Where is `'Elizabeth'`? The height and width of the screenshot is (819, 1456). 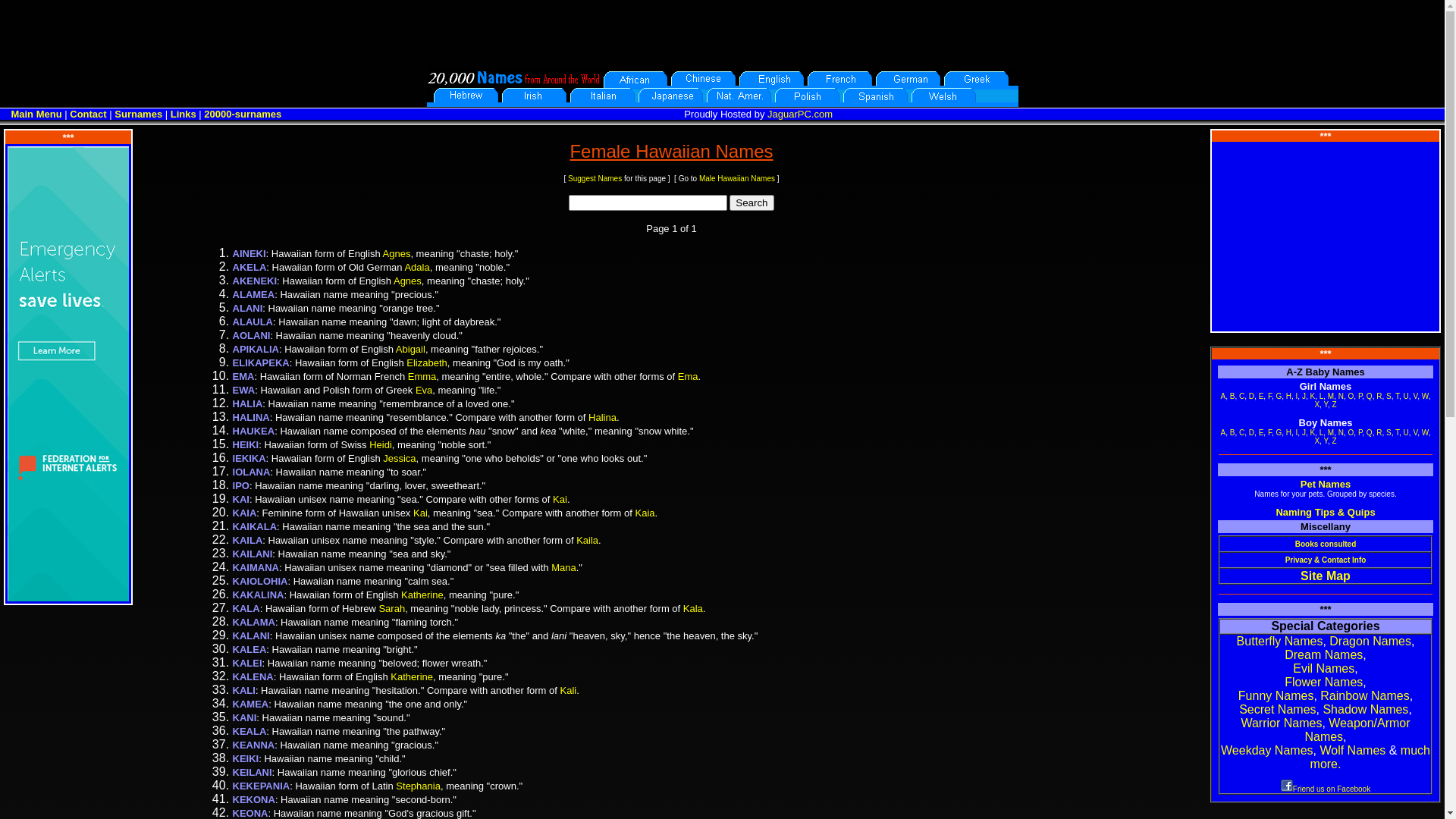 'Elizabeth' is located at coordinates (406, 362).